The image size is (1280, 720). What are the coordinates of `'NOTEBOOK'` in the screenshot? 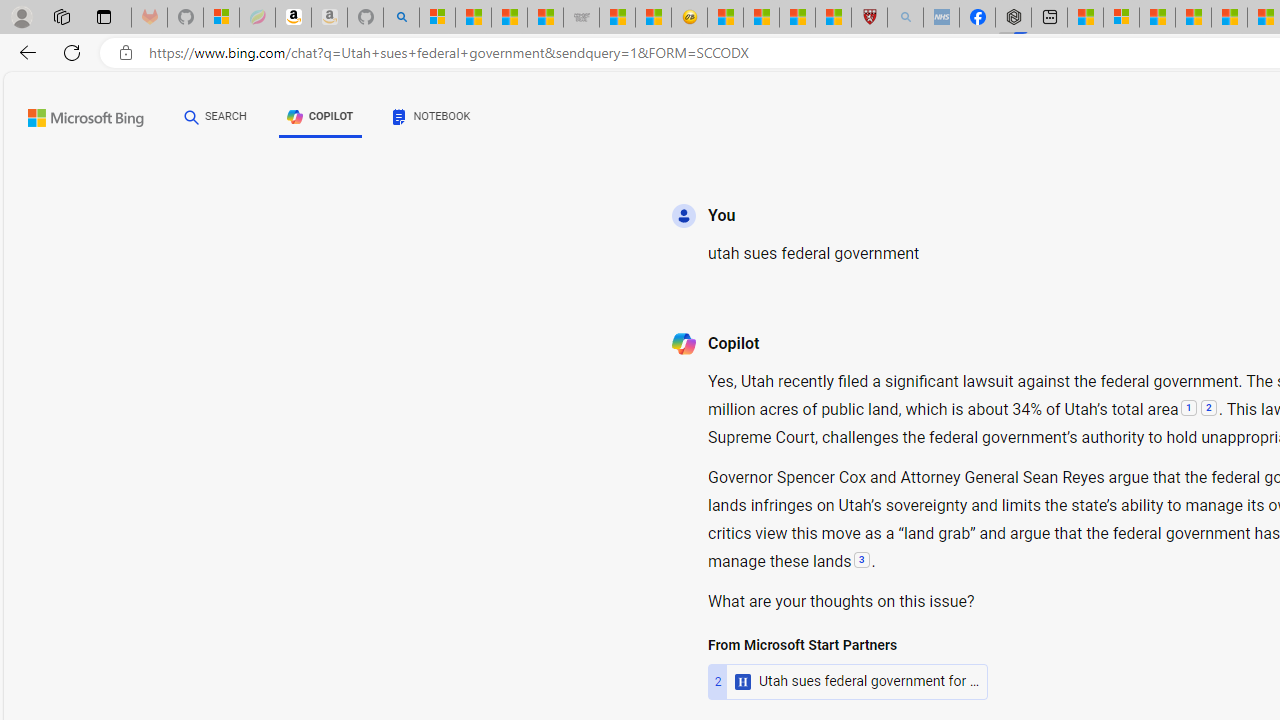 It's located at (431, 120).